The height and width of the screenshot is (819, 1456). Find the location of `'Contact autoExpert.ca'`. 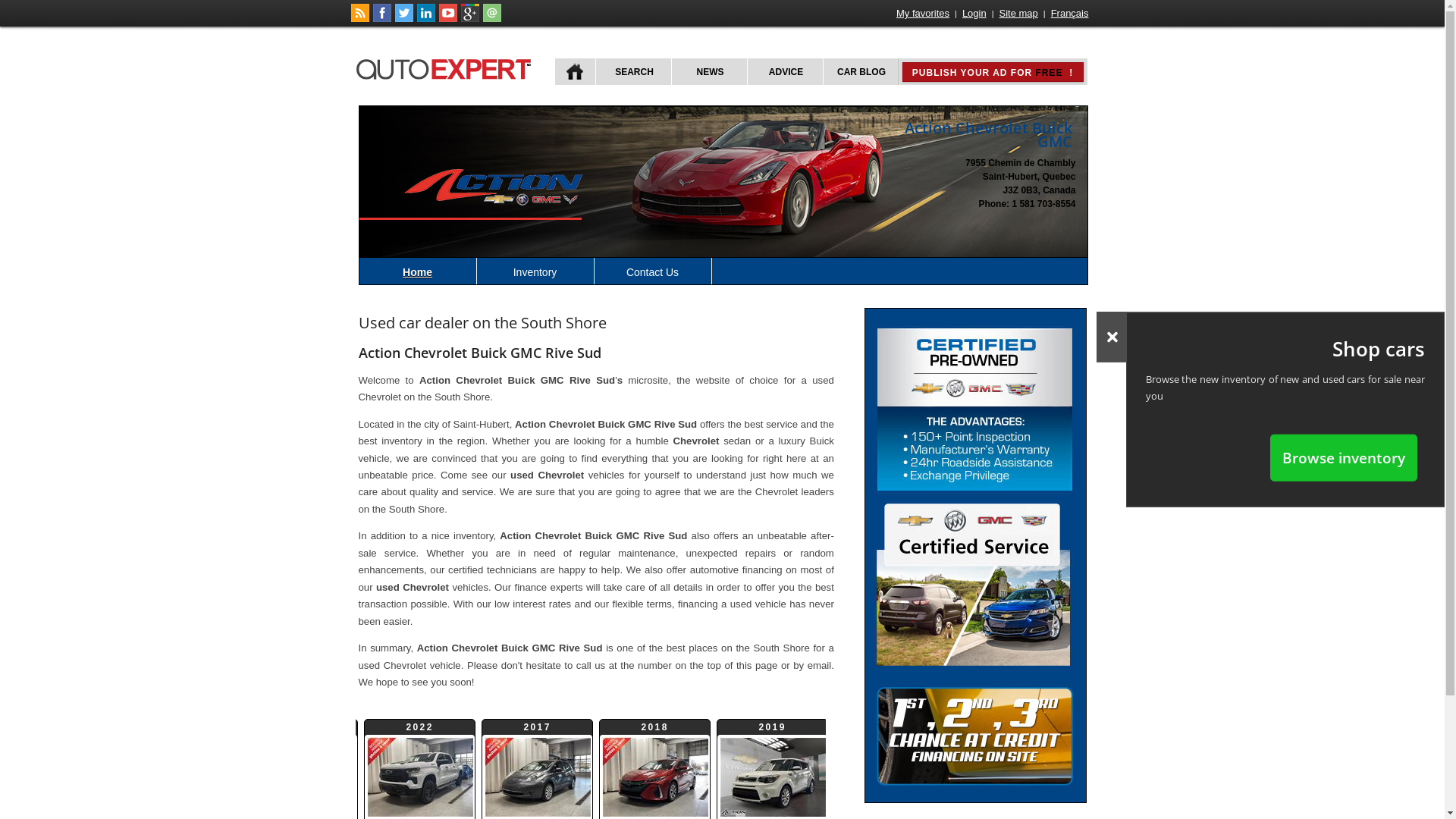

'Contact autoExpert.ca' is located at coordinates (491, 18).